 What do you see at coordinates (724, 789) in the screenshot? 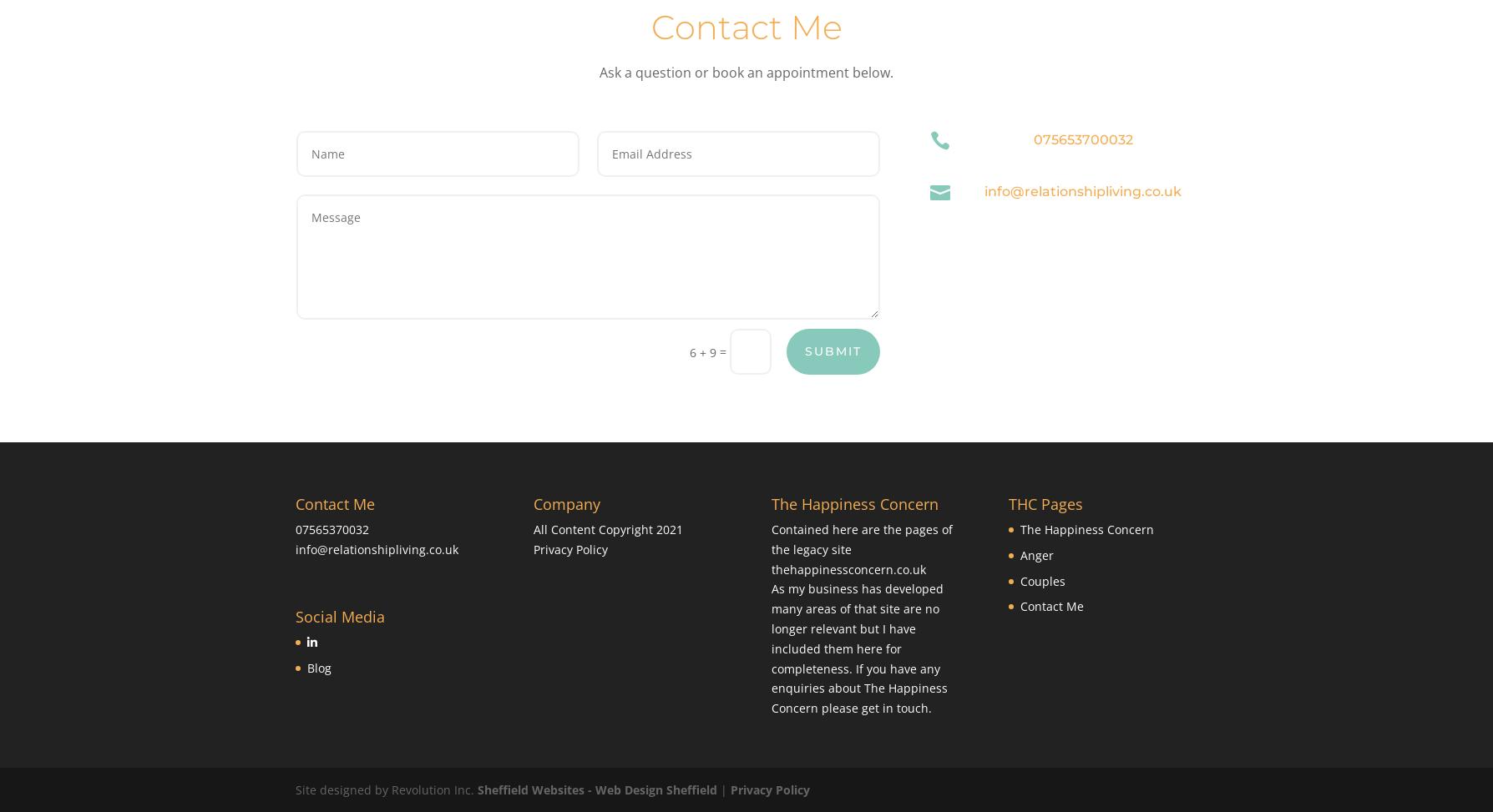
I see `'|'` at bounding box center [724, 789].